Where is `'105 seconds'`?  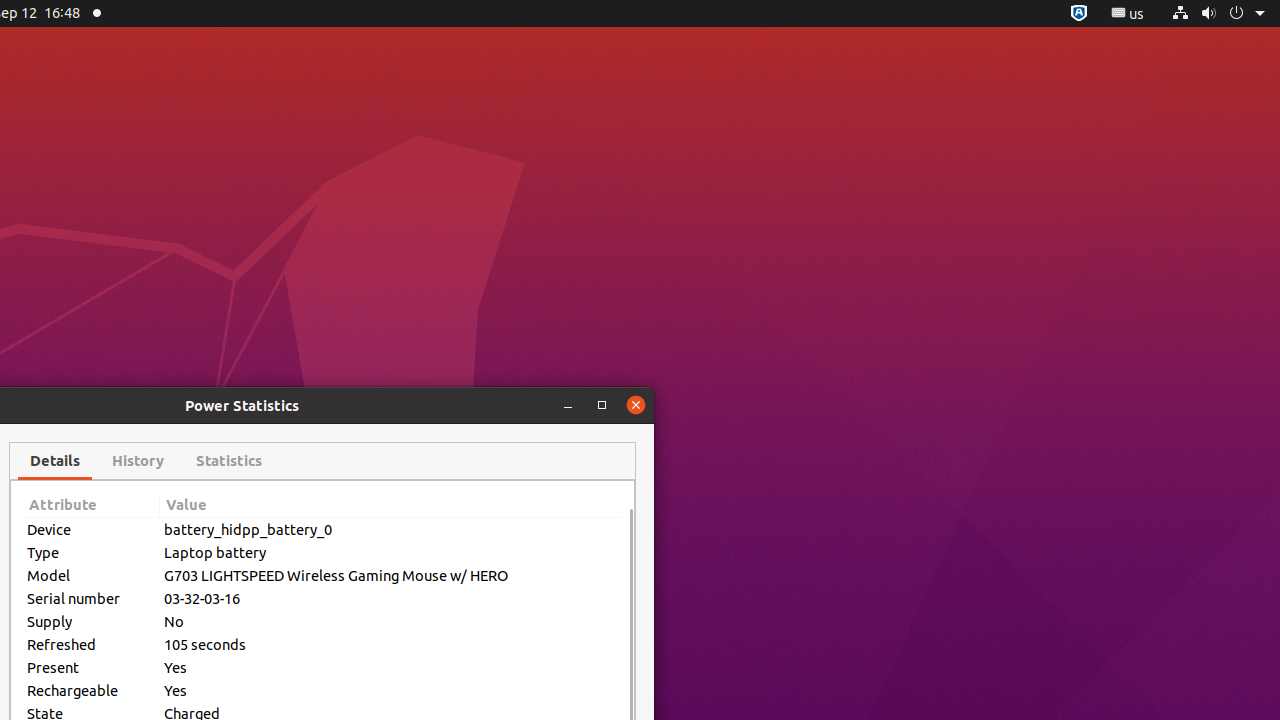
'105 seconds' is located at coordinates (391, 644).